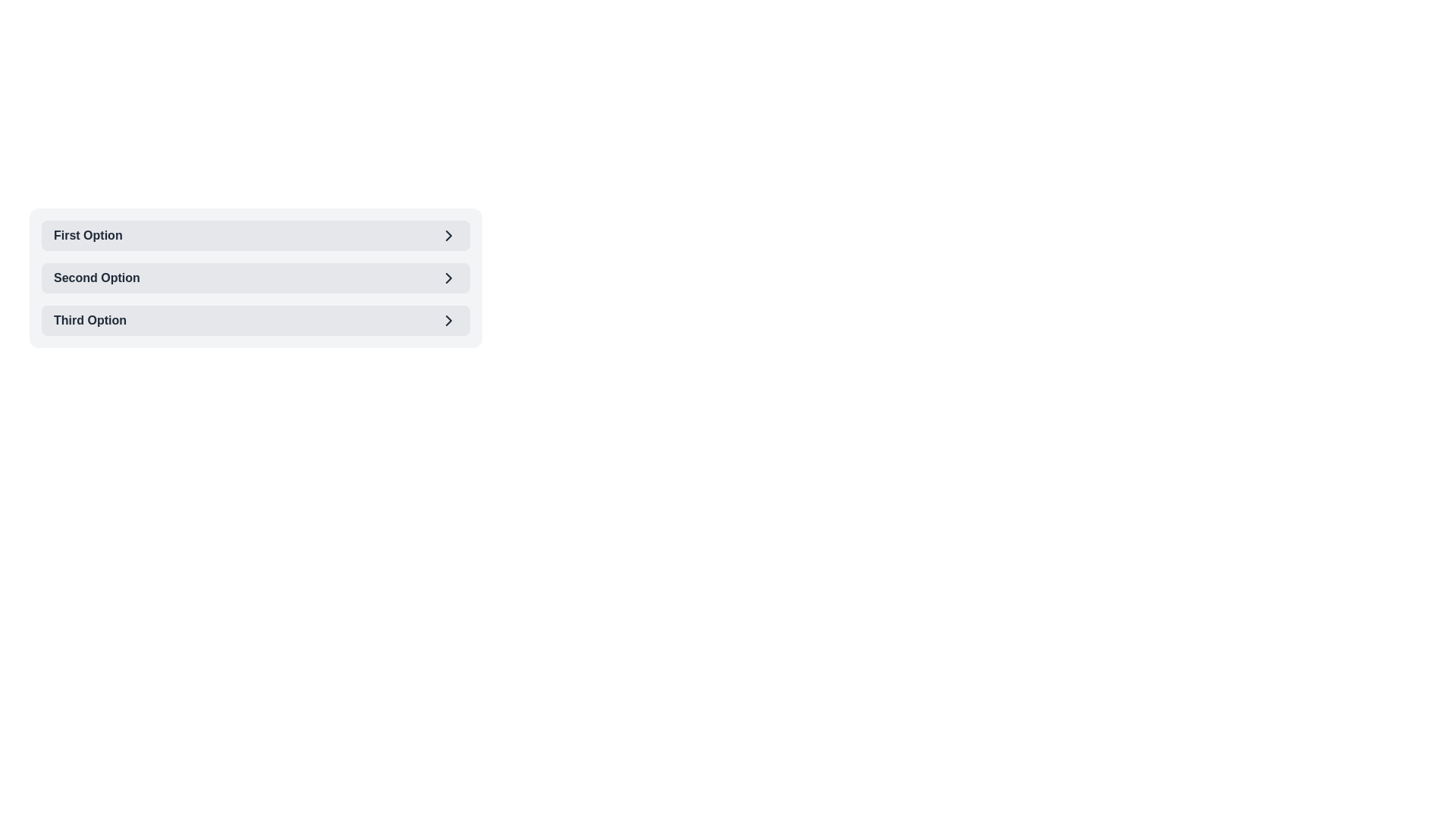  What do you see at coordinates (447, 236) in the screenshot?
I see `the forward navigation icon located at the right end of the 'First Option' row` at bounding box center [447, 236].